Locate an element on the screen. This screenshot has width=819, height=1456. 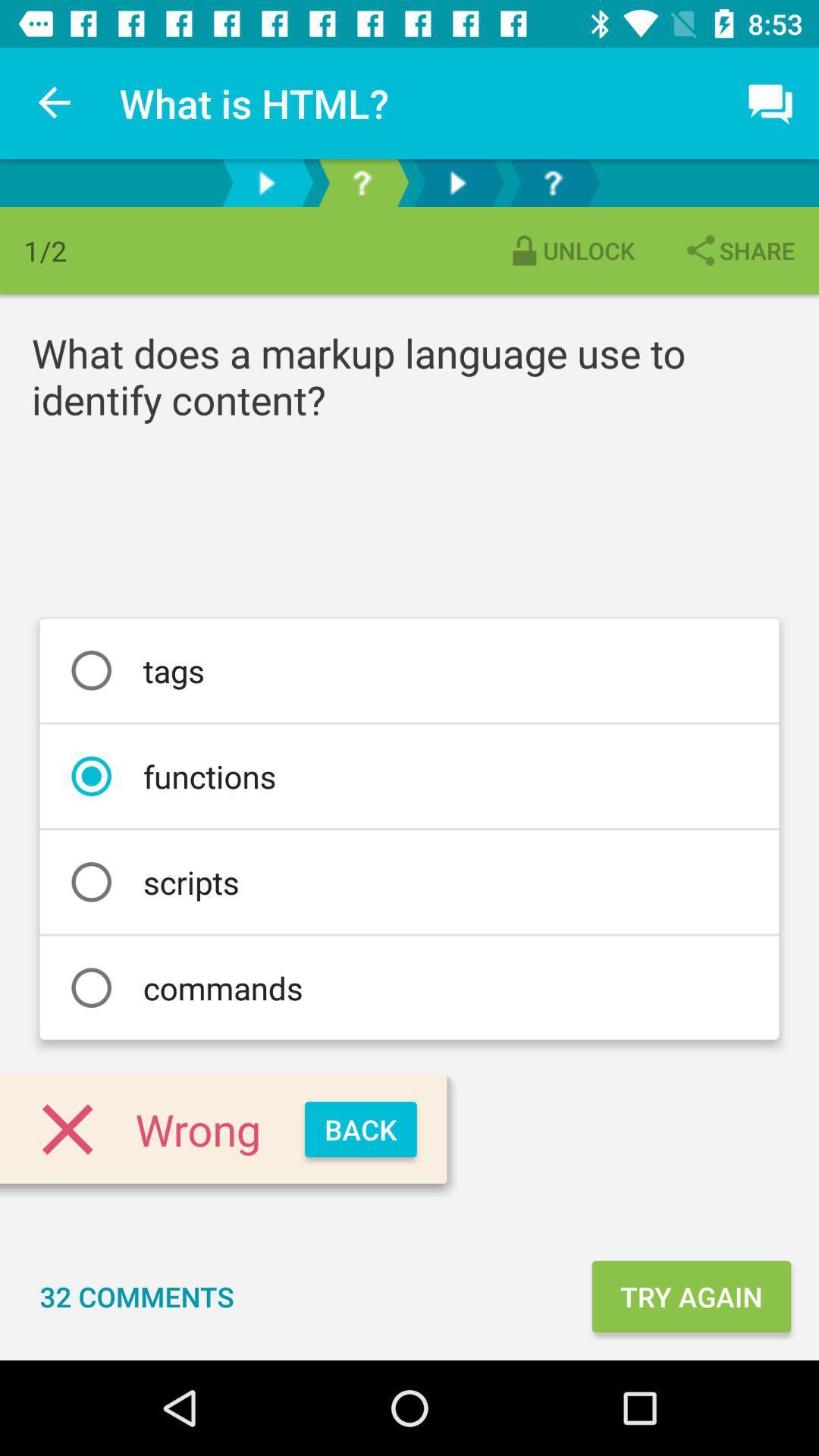
icon to the left of try again is located at coordinates (136, 1295).